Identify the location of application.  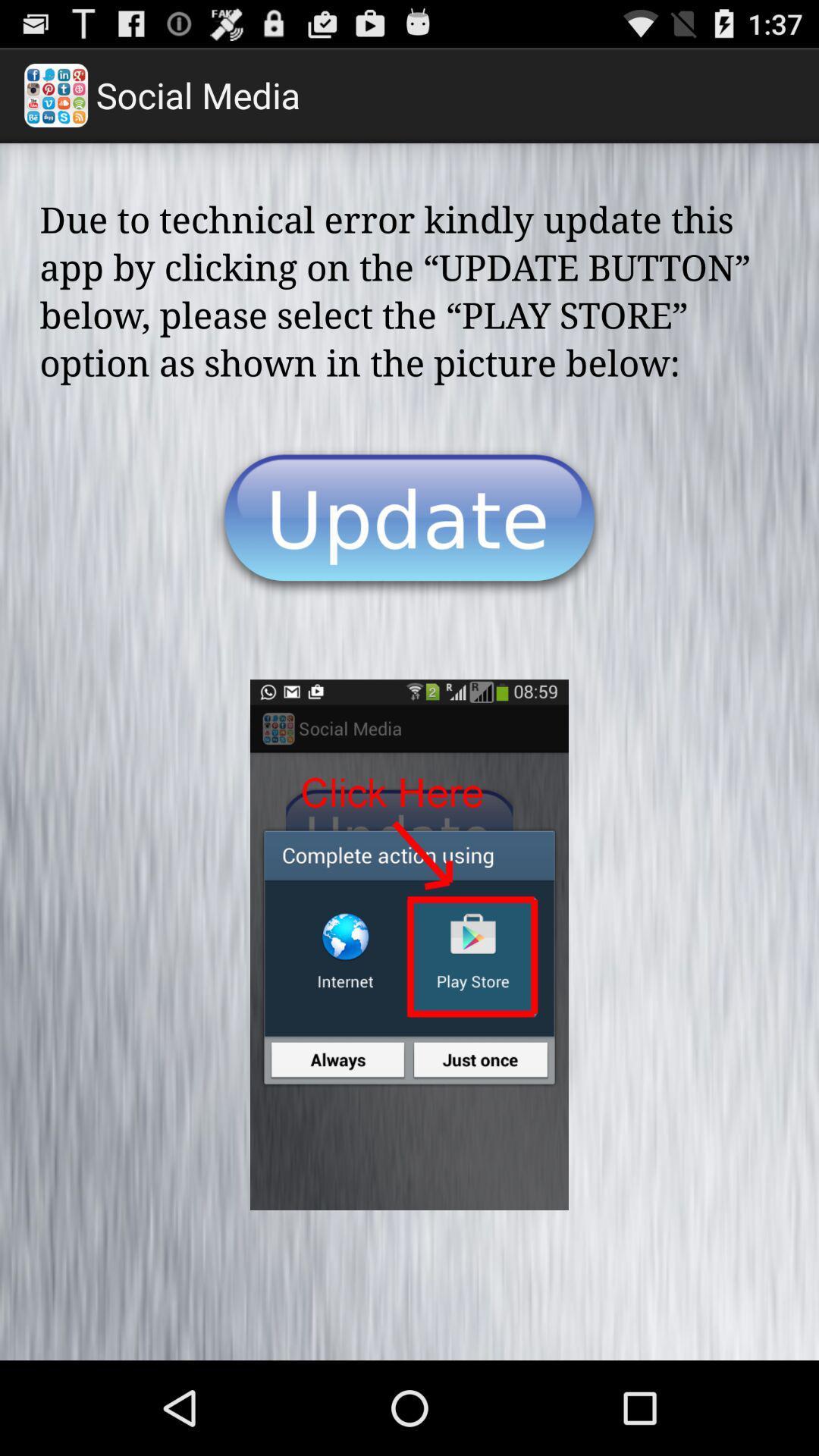
(409, 522).